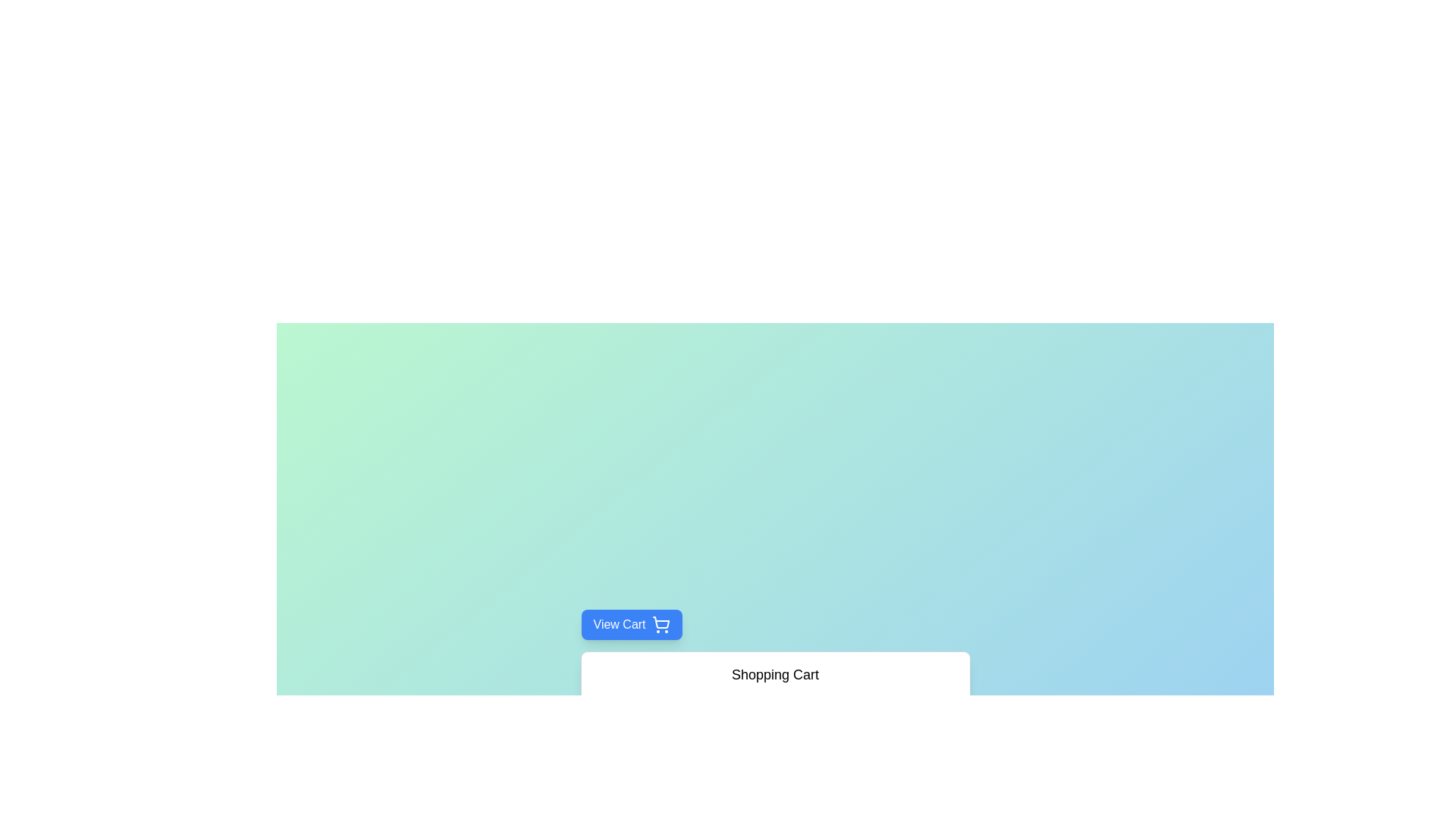 The height and width of the screenshot is (819, 1456). What do you see at coordinates (661, 622) in the screenshot?
I see `the shopping cart icon within the 'View Cart' button` at bounding box center [661, 622].